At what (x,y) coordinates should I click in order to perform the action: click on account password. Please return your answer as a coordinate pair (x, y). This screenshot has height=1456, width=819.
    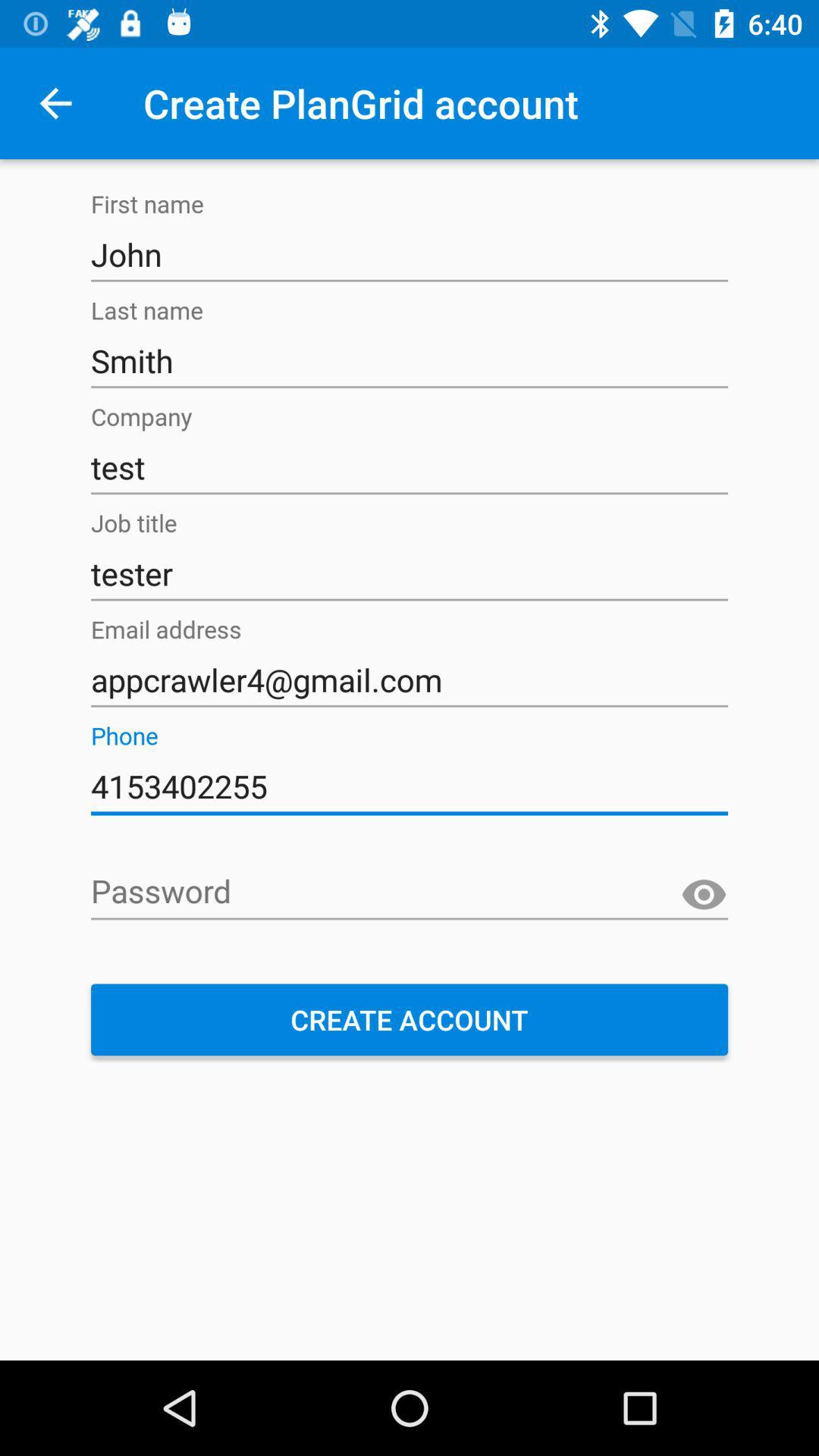
    Looking at the image, I should click on (409, 893).